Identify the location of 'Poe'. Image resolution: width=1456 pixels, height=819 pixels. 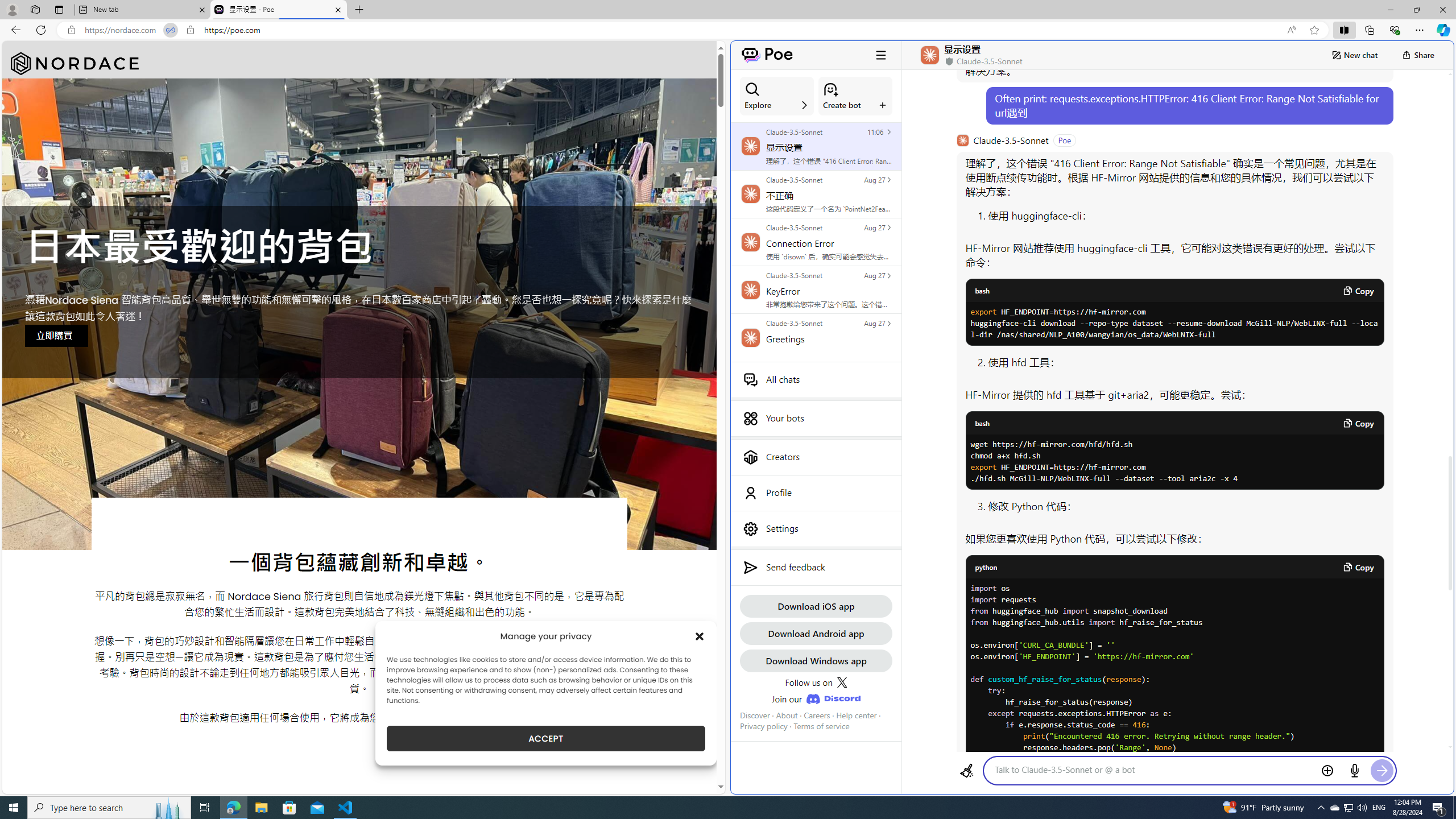
(767, 55).